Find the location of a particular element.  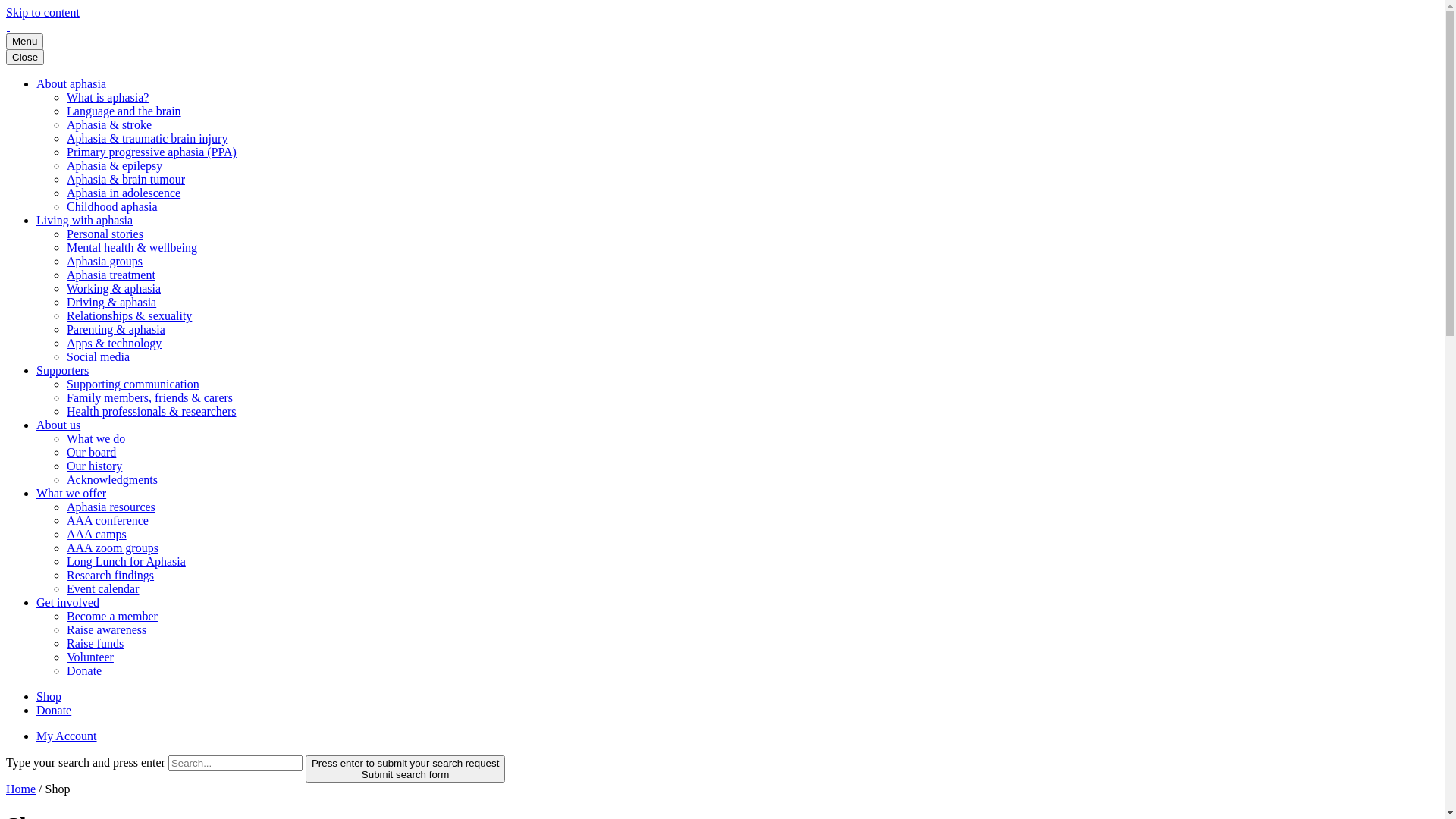

'Skip to content' is located at coordinates (42, 12).